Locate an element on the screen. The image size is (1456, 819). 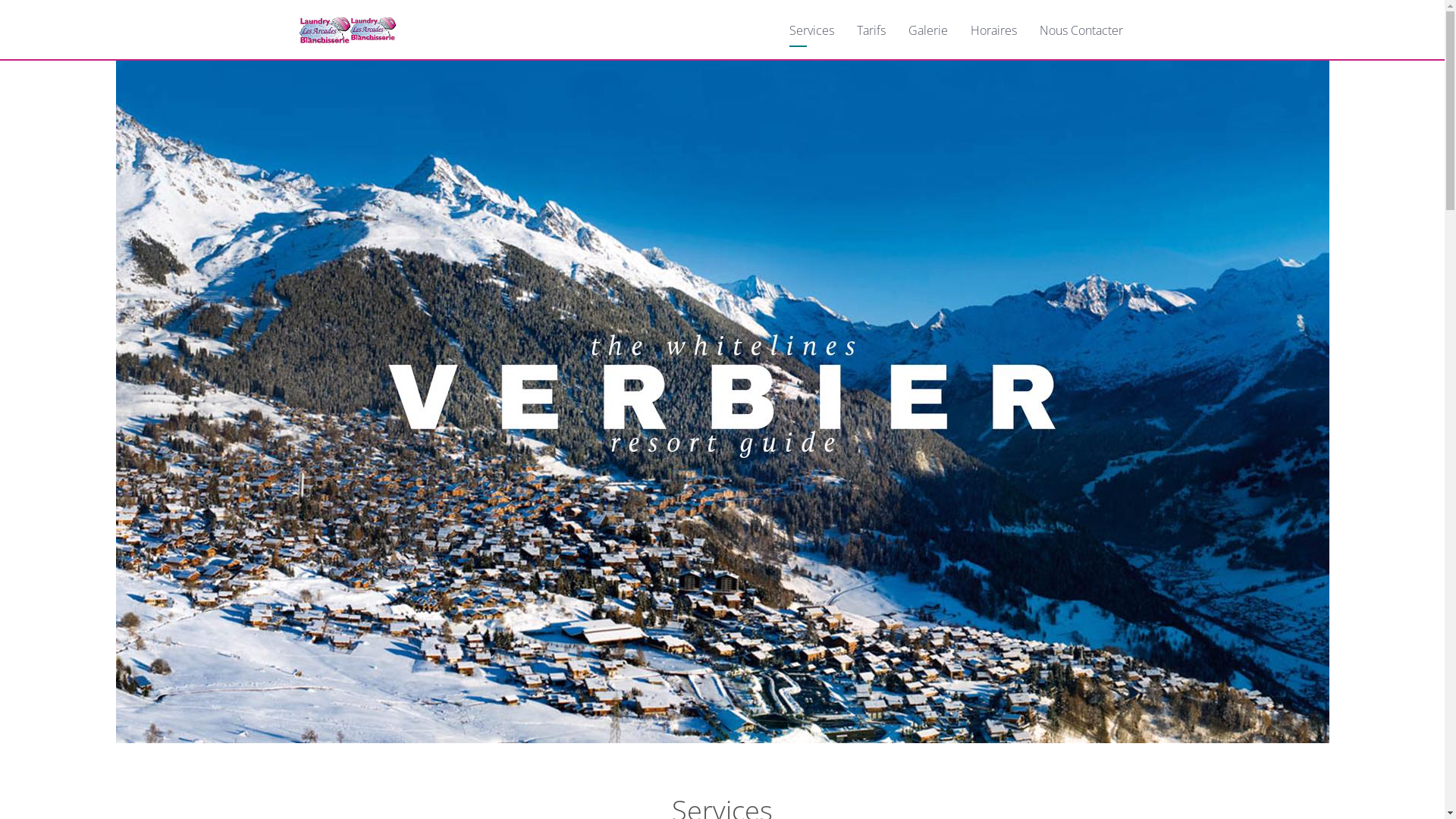
'Services' is located at coordinates (810, 30).